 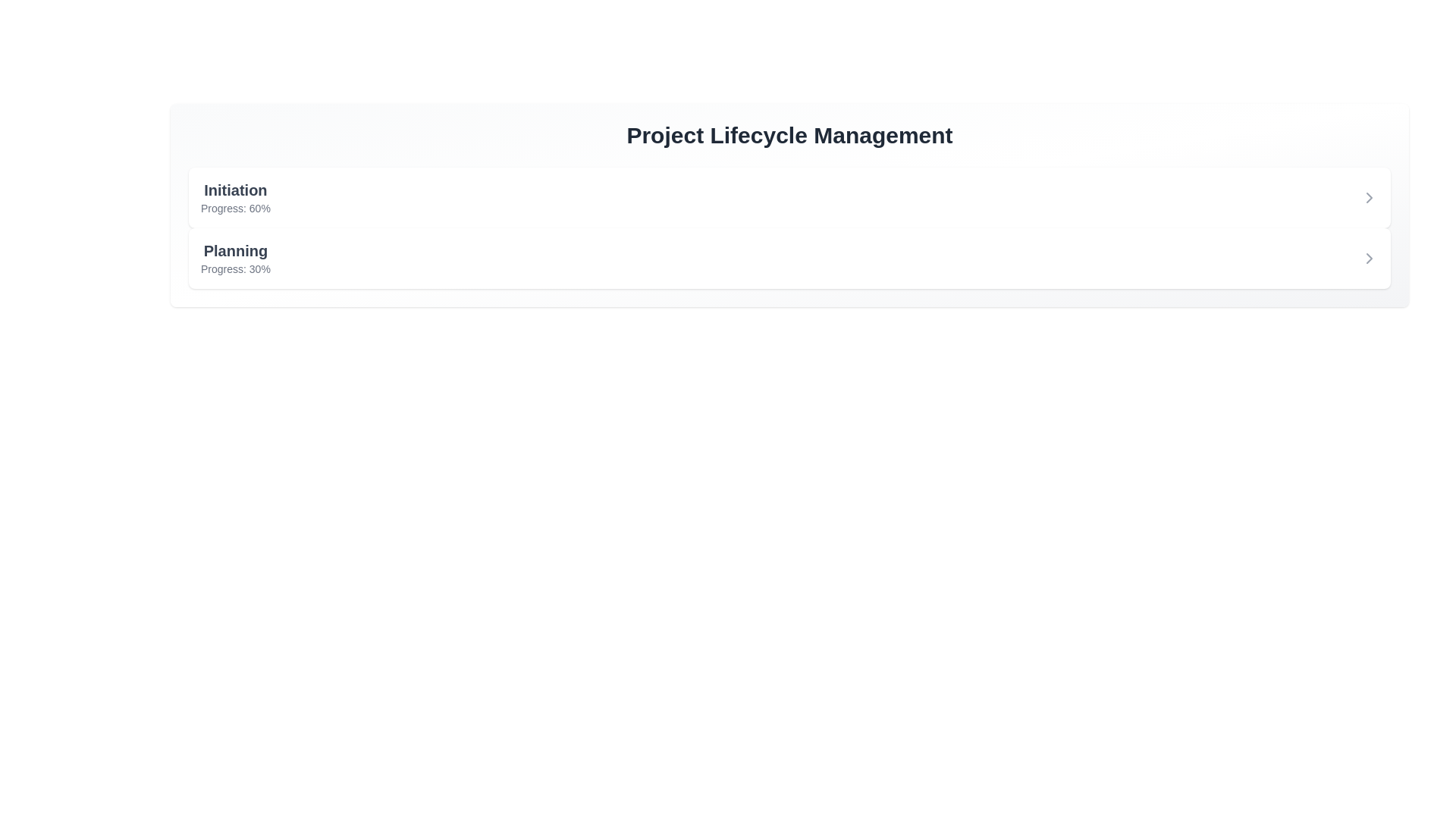 I want to click on the right-pointing chevron icon located at the far-right end of the 'Planning' section, so click(x=1369, y=257).